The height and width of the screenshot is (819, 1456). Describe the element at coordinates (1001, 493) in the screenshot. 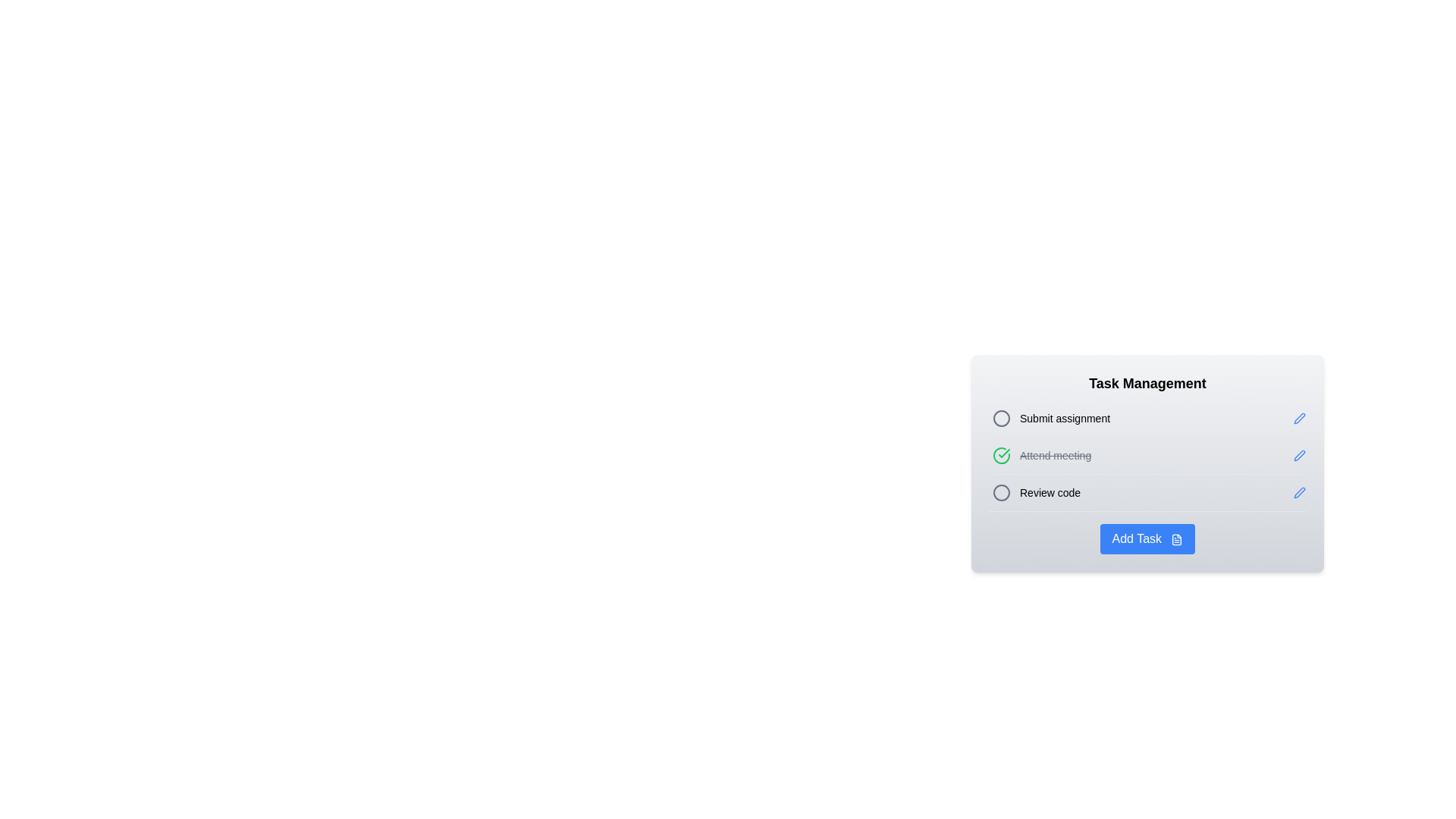

I see `the third Circle Indicator in the task management interface, which is a hollow gray circle aligned with the text 'Review code.'` at that location.